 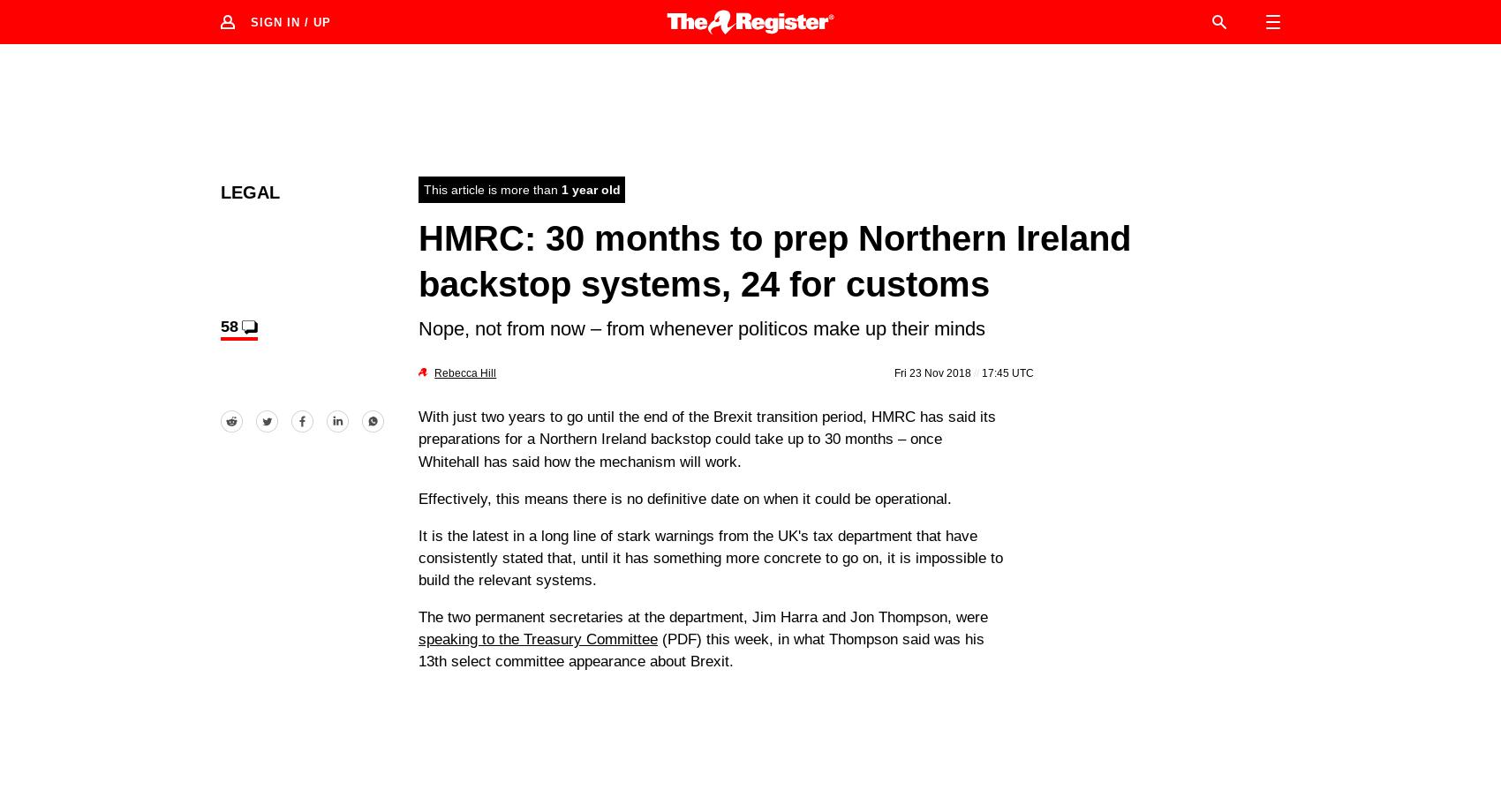 What do you see at coordinates (537, 639) in the screenshot?
I see `'speaking to the Treasury Committee'` at bounding box center [537, 639].